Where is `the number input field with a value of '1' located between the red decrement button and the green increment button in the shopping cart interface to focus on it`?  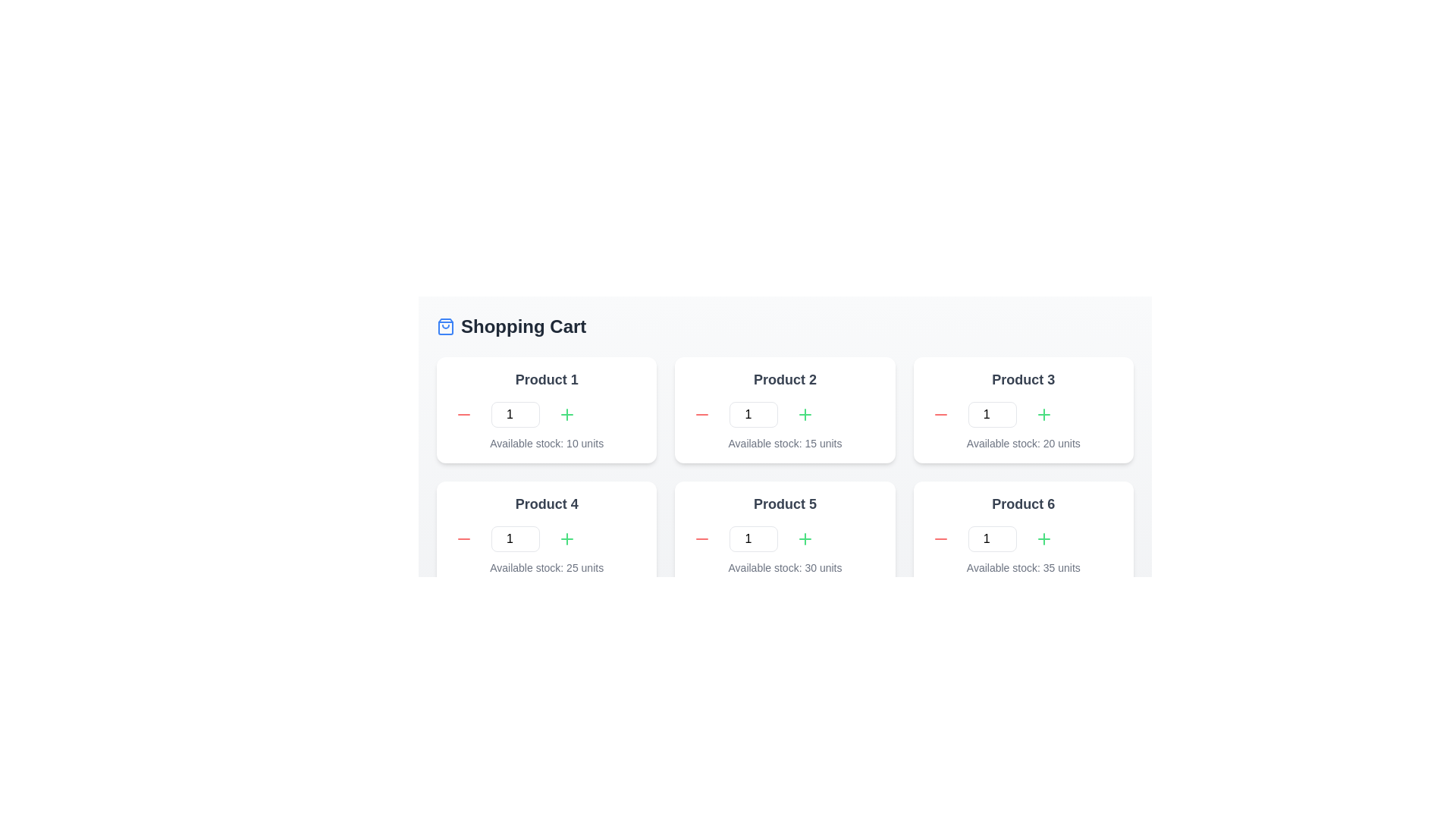
the number input field with a value of '1' located between the red decrement button and the green increment button in the shopping cart interface to focus on it is located at coordinates (754, 415).